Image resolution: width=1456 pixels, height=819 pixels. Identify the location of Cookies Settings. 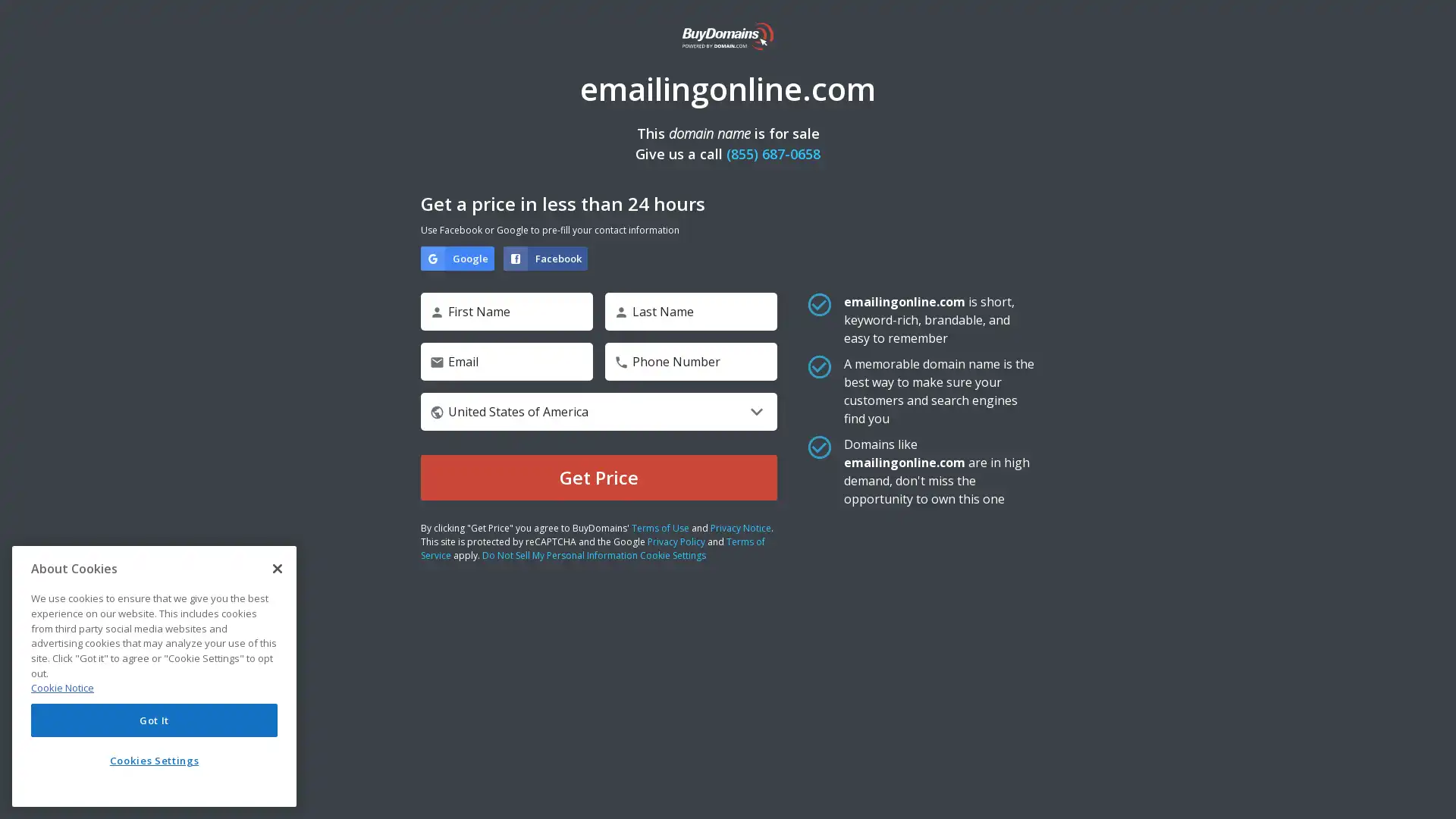
(154, 760).